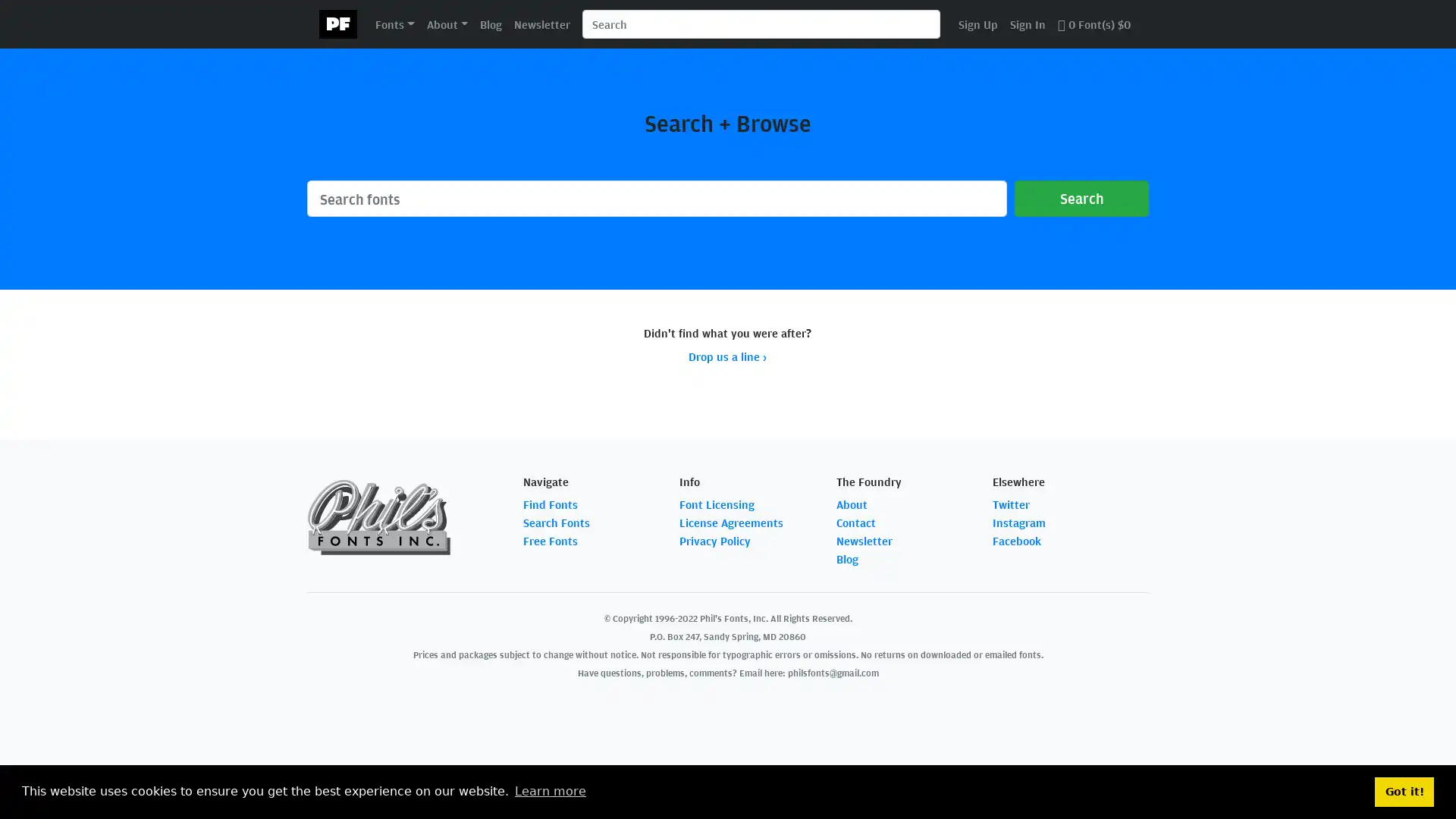 Image resolution: width=1456 pixels, height=819 pixels. I want to click on Search, so click(1080, 198).